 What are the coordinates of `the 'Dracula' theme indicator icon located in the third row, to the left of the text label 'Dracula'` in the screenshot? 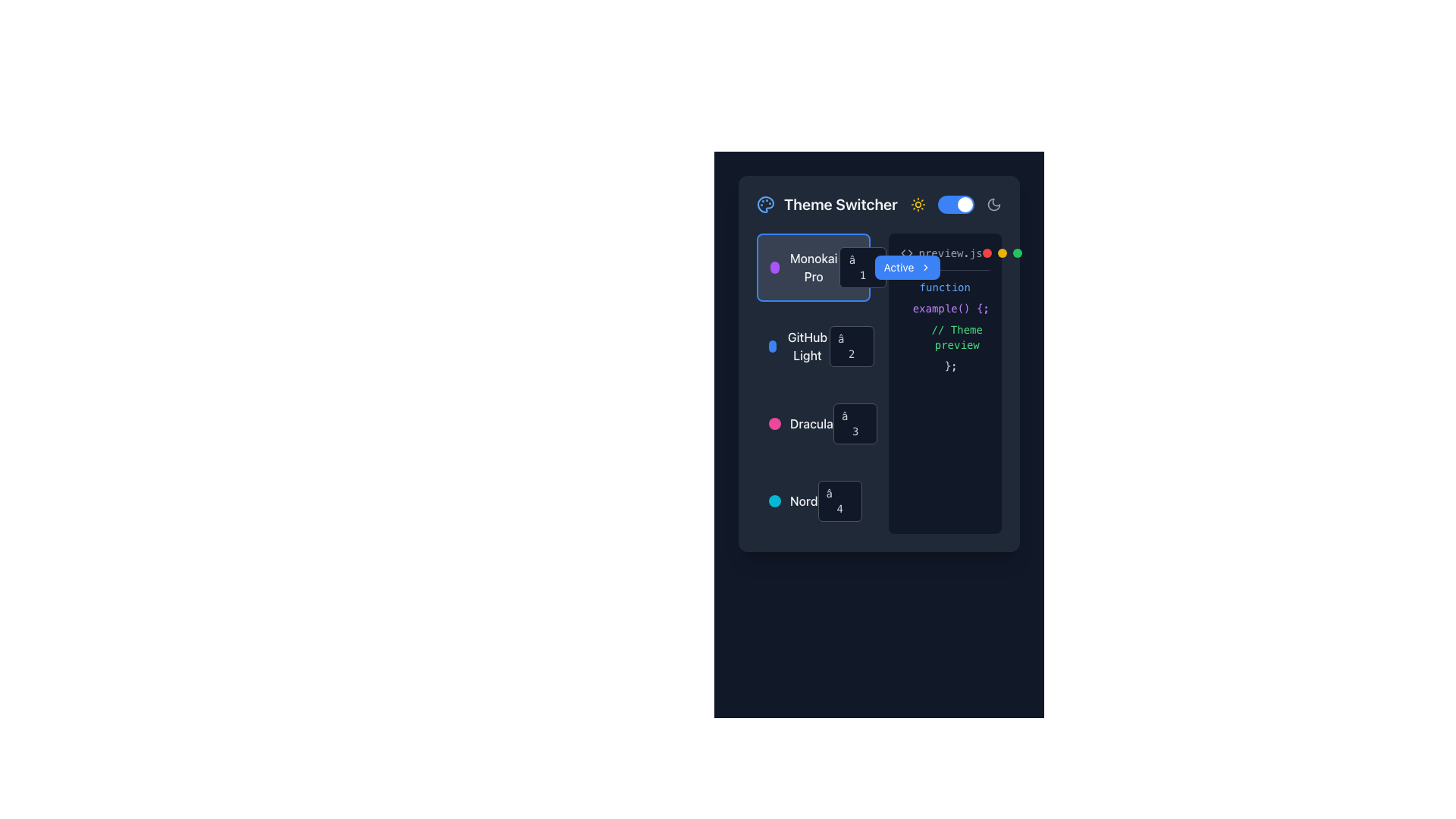 It's located at (775, 424).